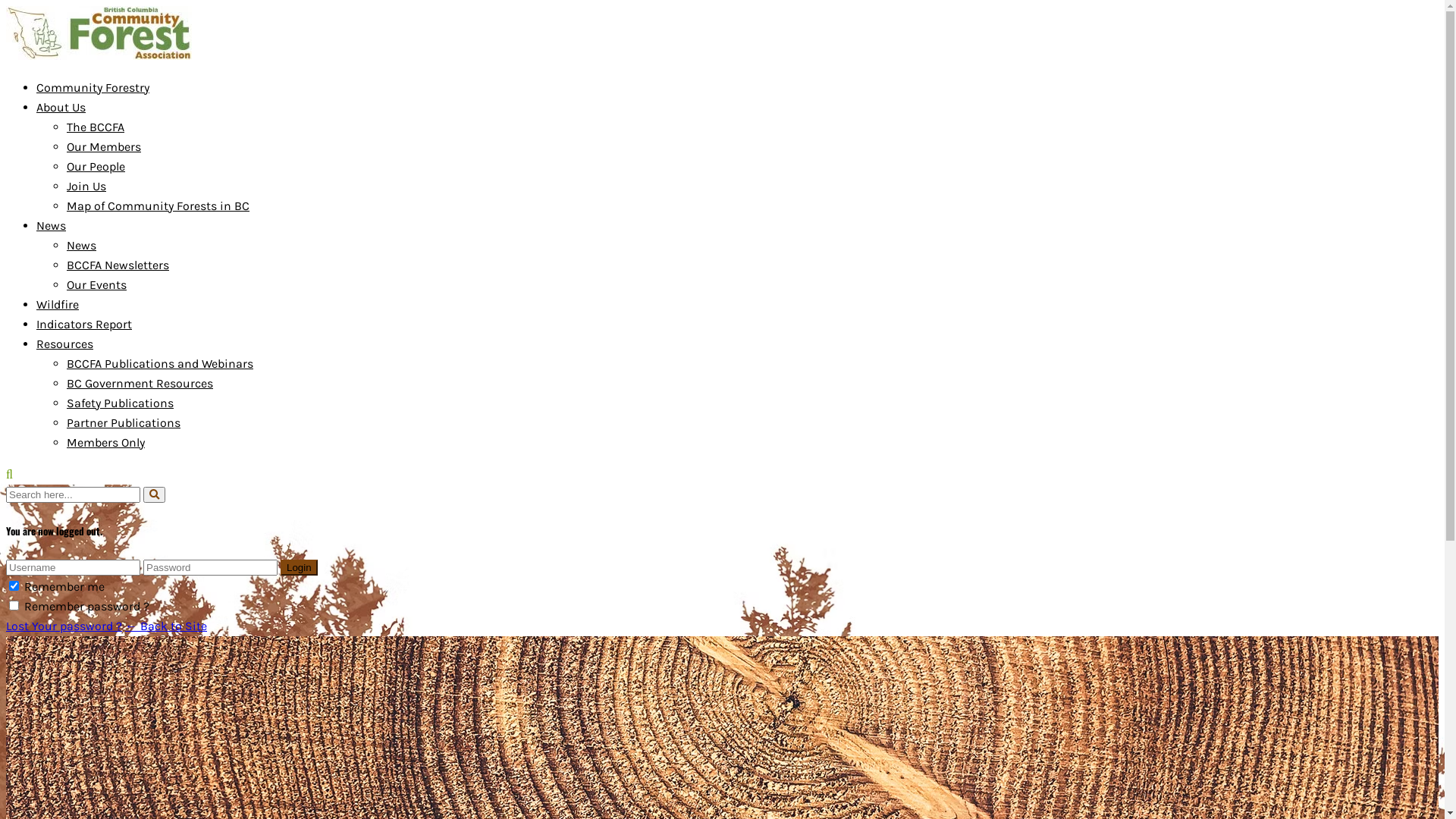 The width and height of the screenshot is (1456, 819). What do you see at coordinates (299, 567) in the screenshot?
I see `'Login'` at bounding box center [299, 567].